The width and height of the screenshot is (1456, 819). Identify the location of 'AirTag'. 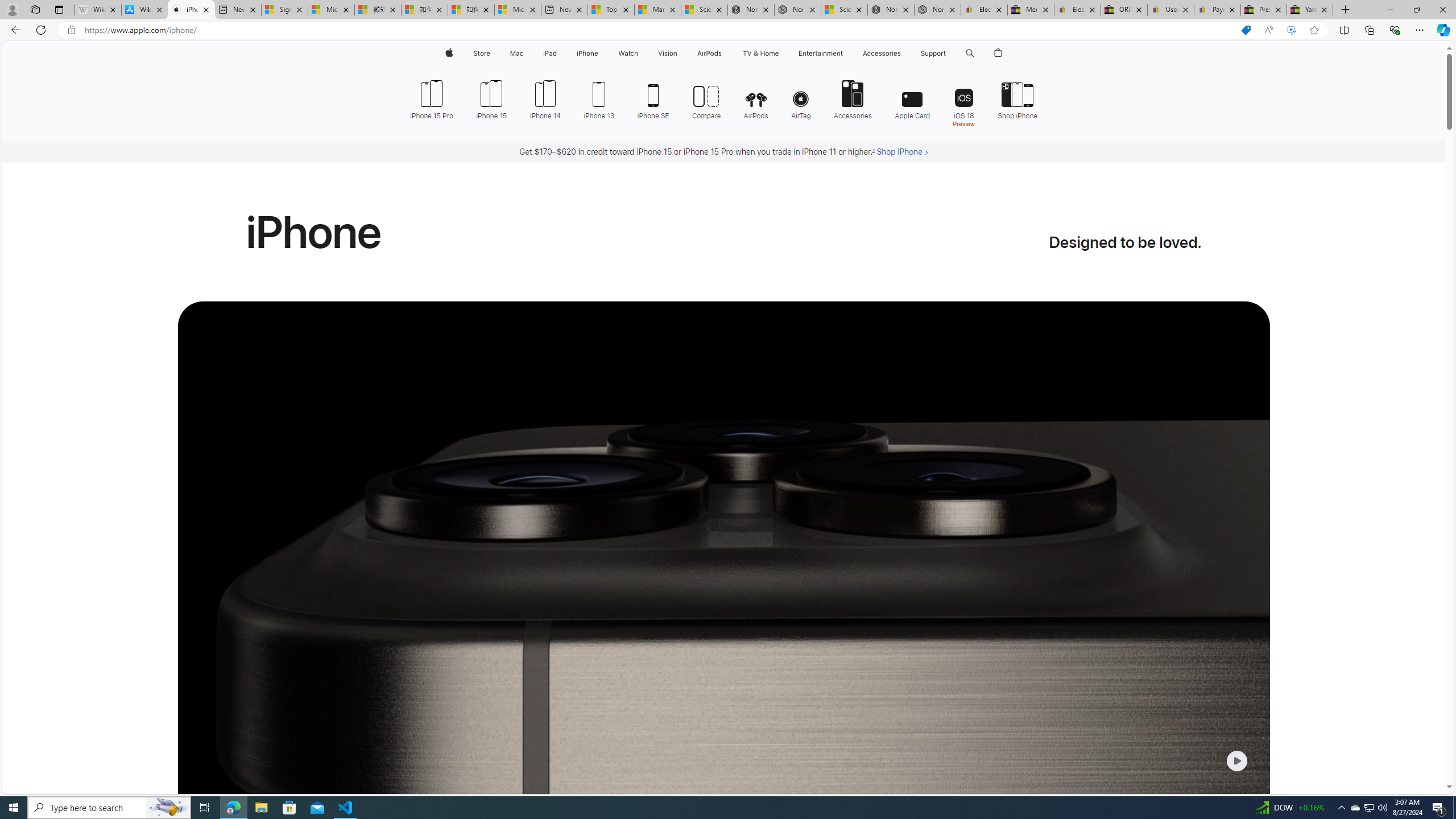
(801, 98).